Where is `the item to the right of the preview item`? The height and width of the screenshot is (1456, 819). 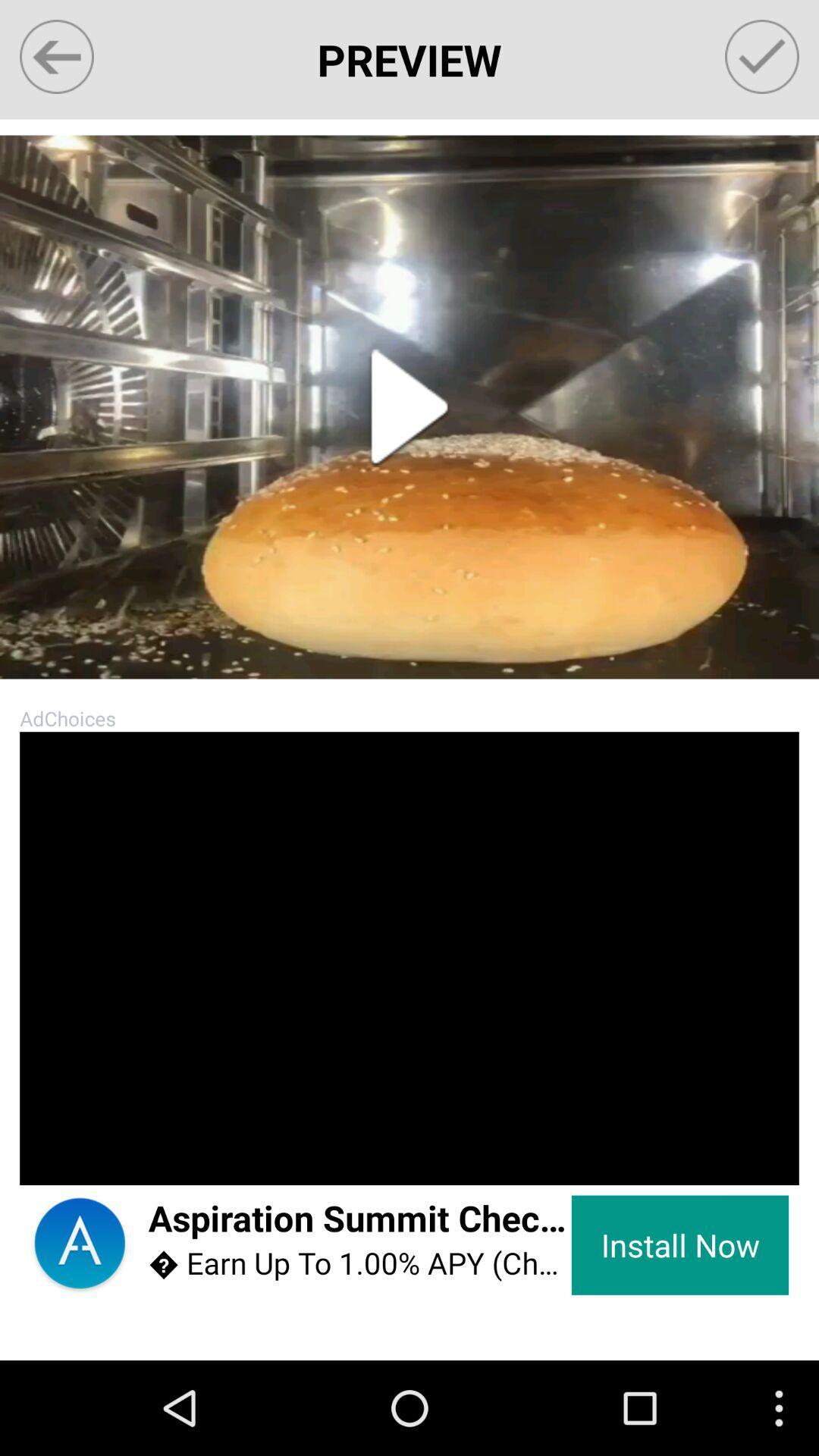
the item to the right of the preview item is located at coordinates (762, 57).